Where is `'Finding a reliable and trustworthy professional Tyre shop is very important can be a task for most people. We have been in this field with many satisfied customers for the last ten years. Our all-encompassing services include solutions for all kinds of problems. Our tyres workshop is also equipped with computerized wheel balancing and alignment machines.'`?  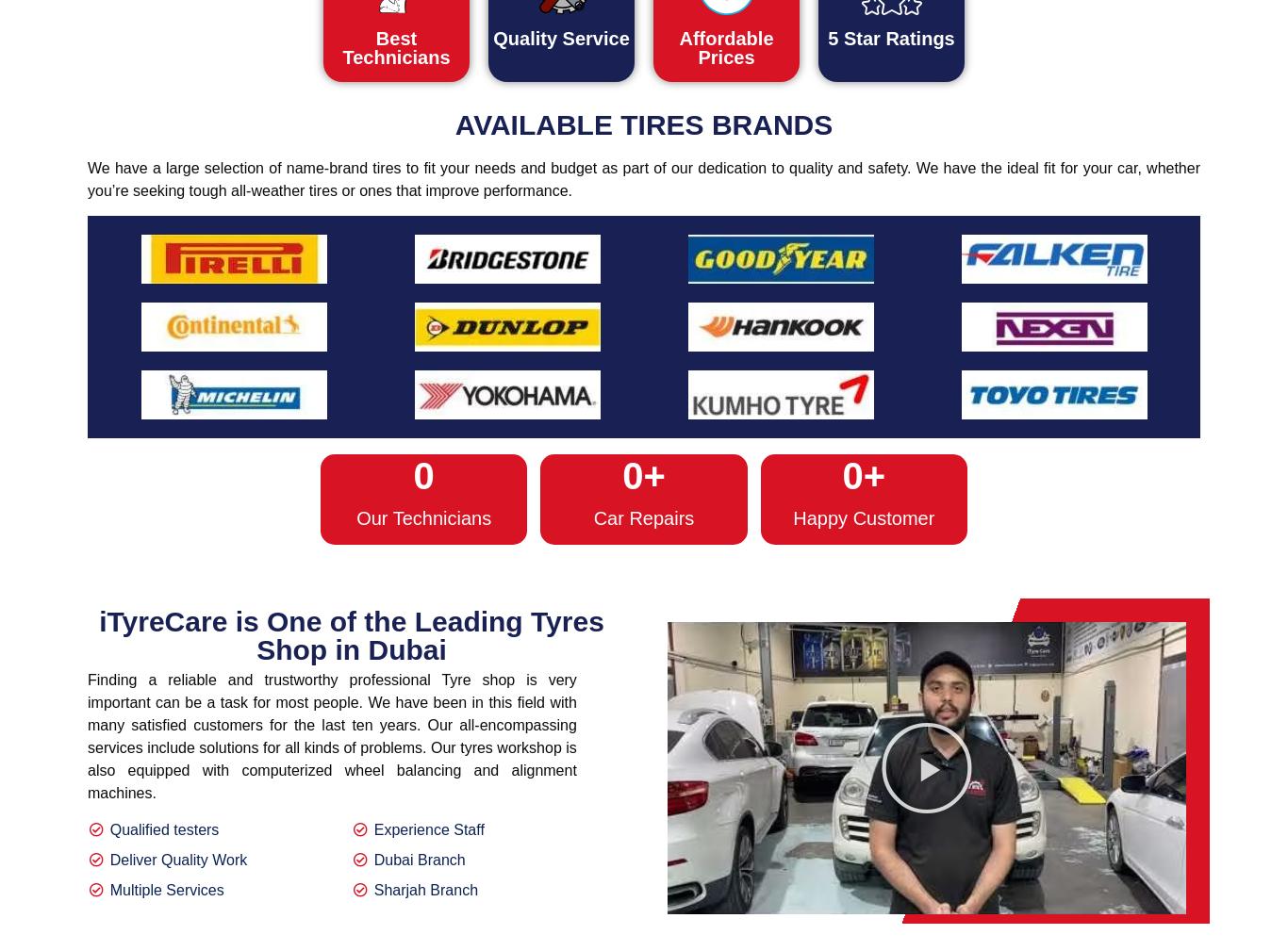 'Finding a reliable and trustworthy professional Tyre shop is very important can be a task for most people. We have been in this field with many satisfied customers for the last ten years. Our all-encompassing services include solutions for all kinds of problems. Our tyres workshop is also equipped with computerized wheel balancing and alignment machines.' is located at coordinates (331, 736).